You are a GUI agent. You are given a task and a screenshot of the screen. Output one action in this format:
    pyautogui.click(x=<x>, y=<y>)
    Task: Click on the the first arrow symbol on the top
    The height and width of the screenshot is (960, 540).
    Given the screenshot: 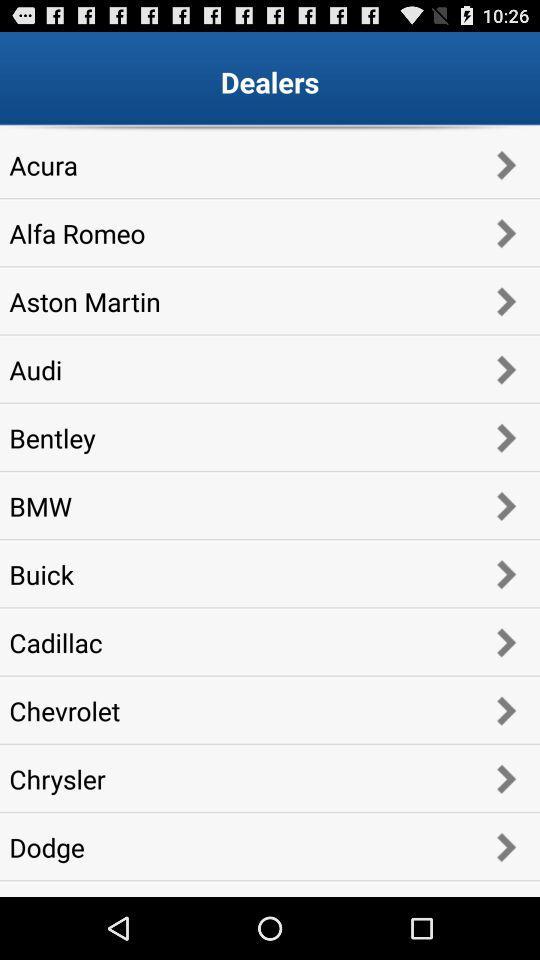 What is the action you would take?
    pyautogui.click(x=504, y=163)
    